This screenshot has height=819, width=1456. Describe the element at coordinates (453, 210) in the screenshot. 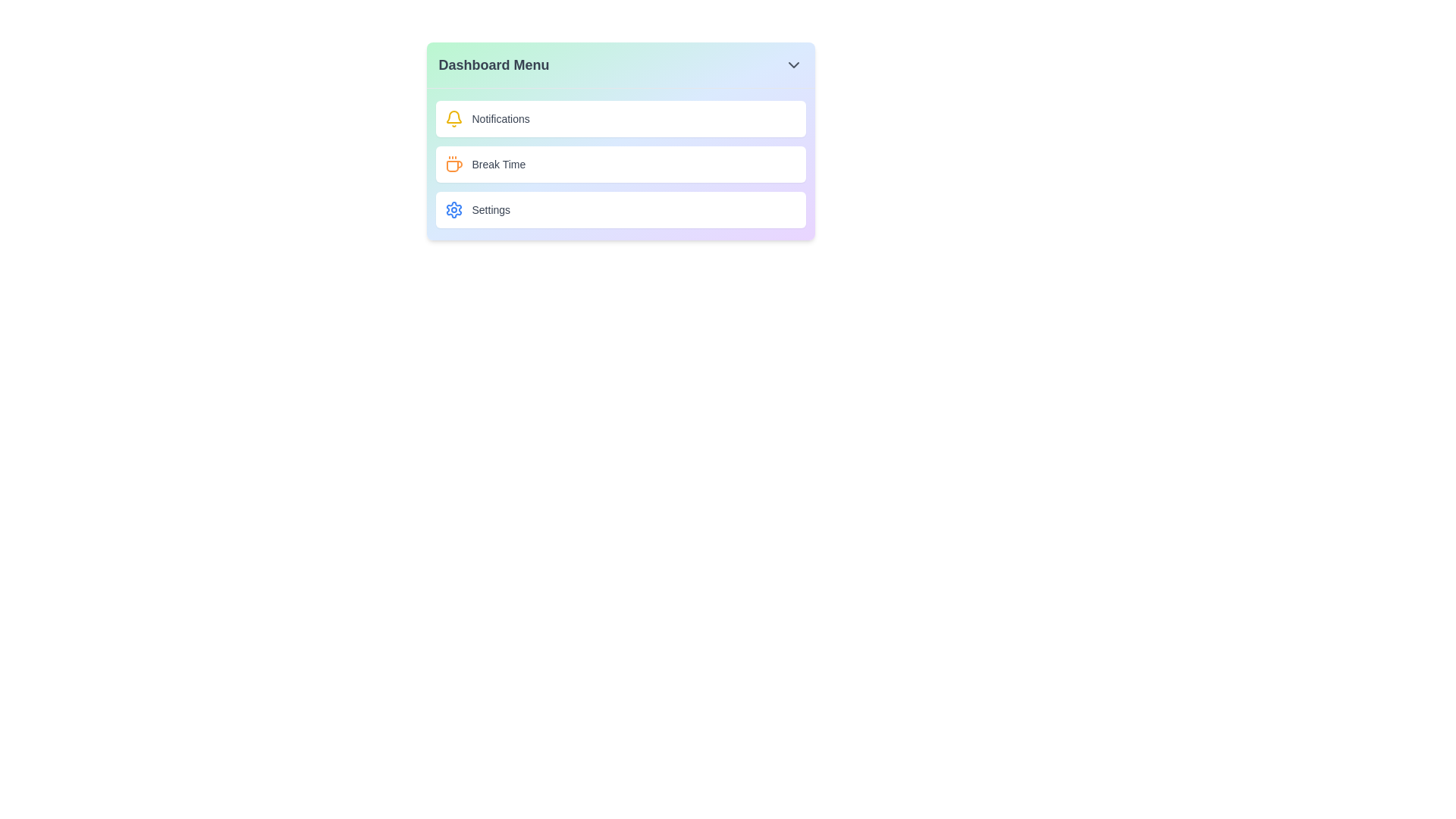

I see `the settings icon located to the left of the 'Settings' text in the menu interface` at that location.